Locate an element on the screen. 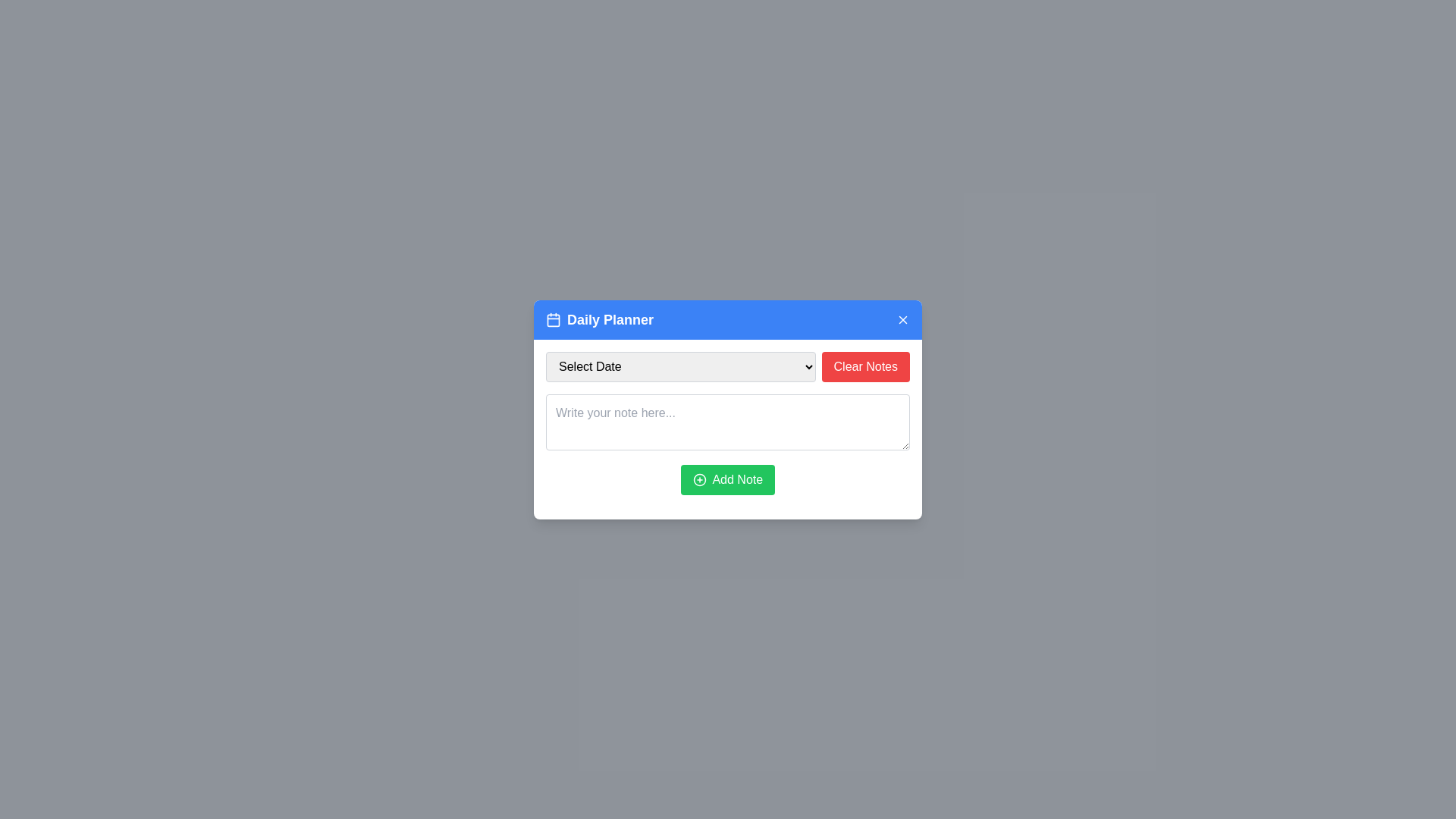  the 'Daily Planner' text with the calendar icon in the blue header bar of the modal dialog is located at coordinates (599, 318).